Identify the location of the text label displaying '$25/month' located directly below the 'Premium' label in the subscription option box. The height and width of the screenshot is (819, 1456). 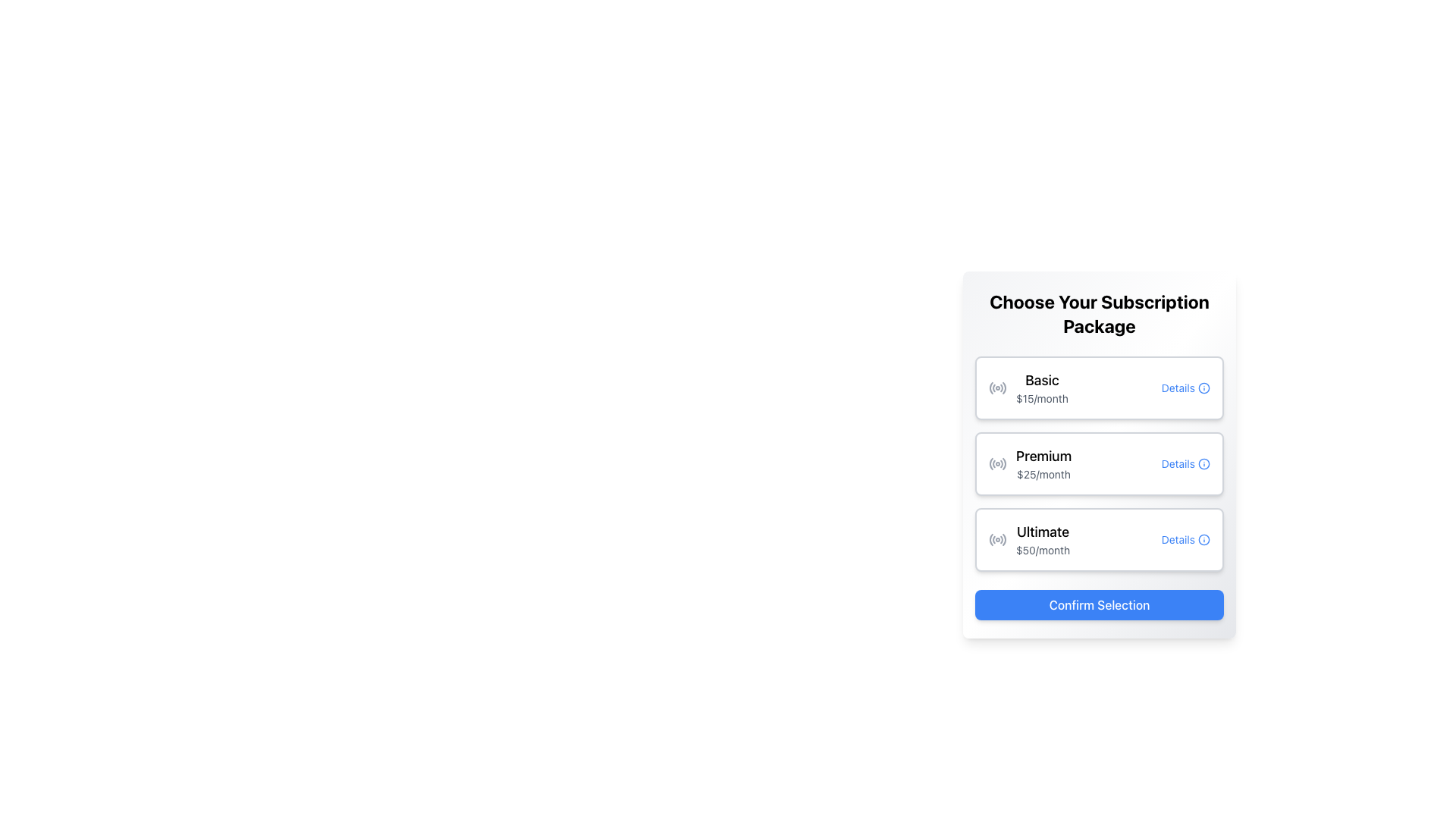
(1043, 473).